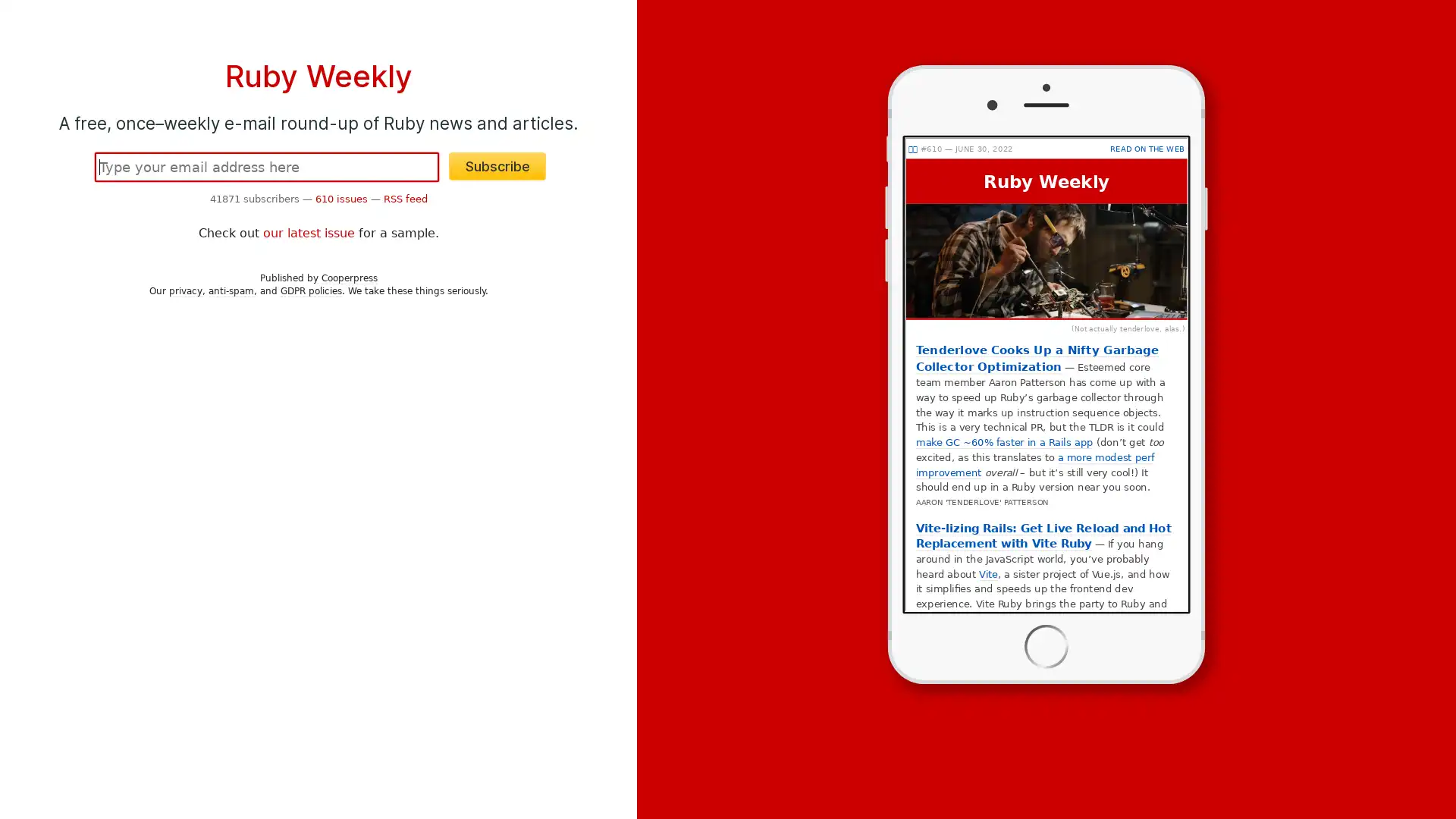  Describe the element at coordinates (497, 166) in the screenshot. I see `Subscribe` at that location.